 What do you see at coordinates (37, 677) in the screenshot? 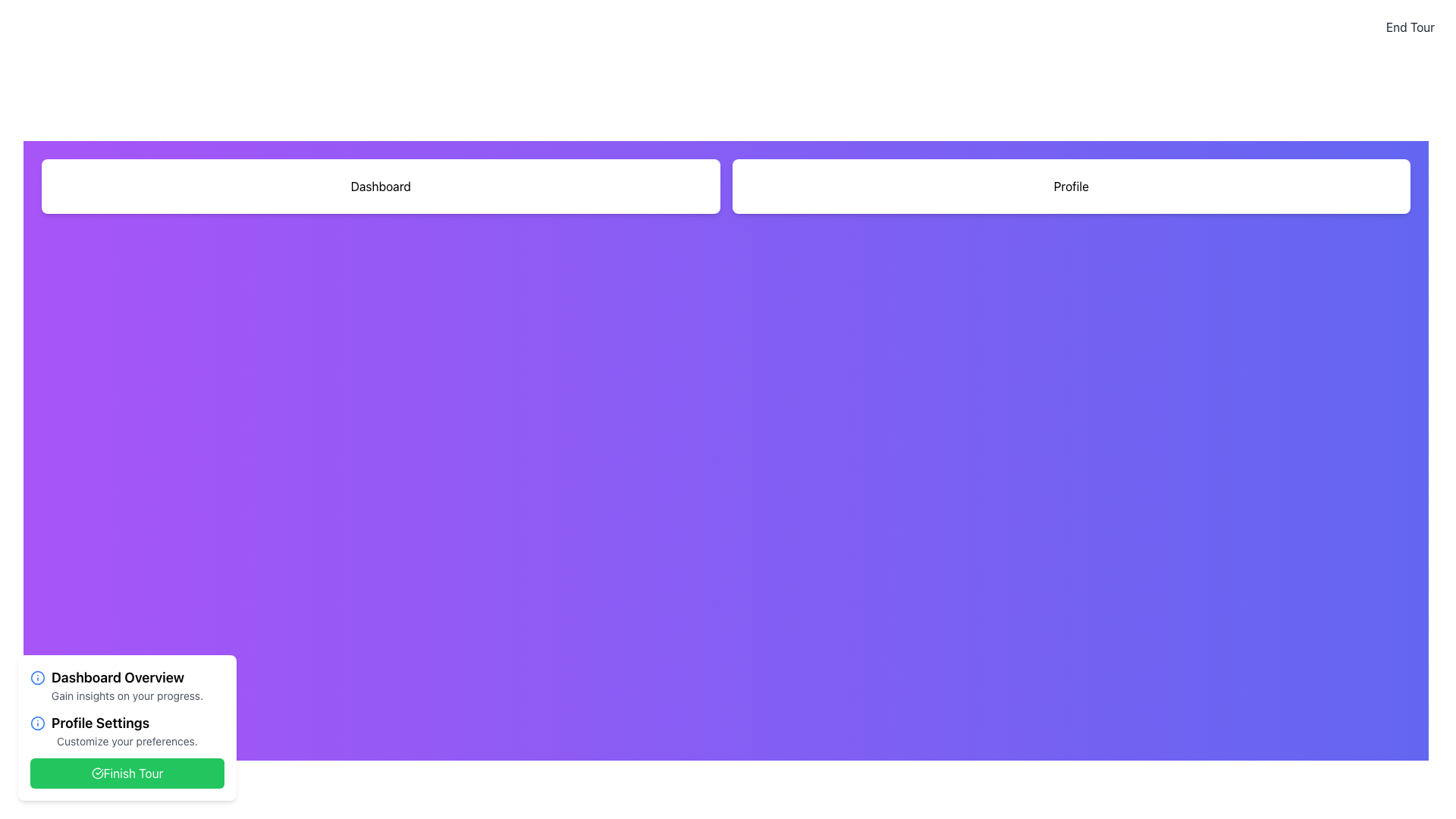
I see `the info icon, which is a blue circular outline with an 'i' symbol inside, located to the left of the 'Dashboard Overview' text` at bounding box center [37, 677].